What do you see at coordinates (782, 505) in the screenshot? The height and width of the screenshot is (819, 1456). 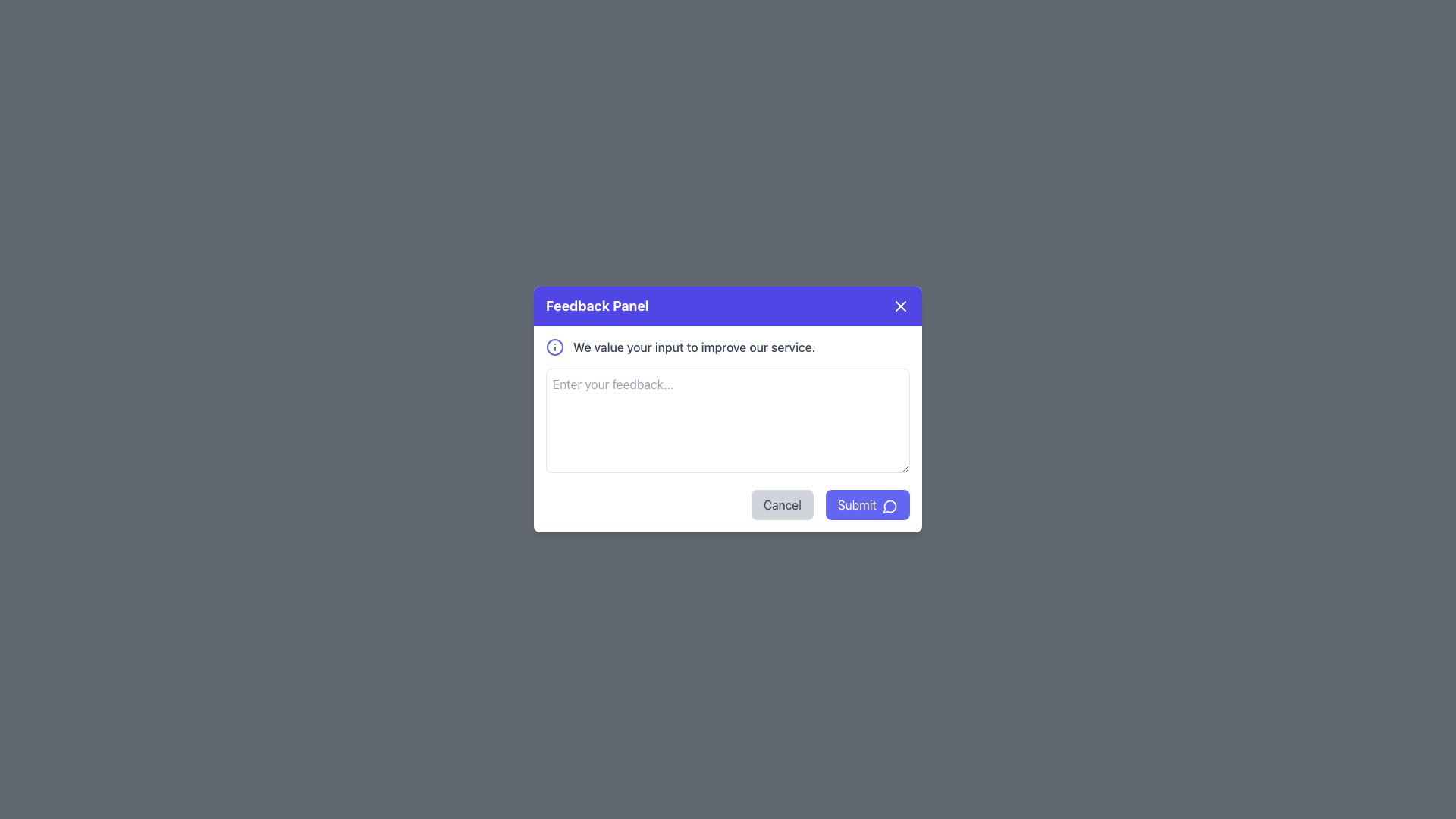 I see `the cancel button located at the bottom-right corner of the feedback panel, positioned to the left of the 'Submit' button` at bounding box center [782, 505].